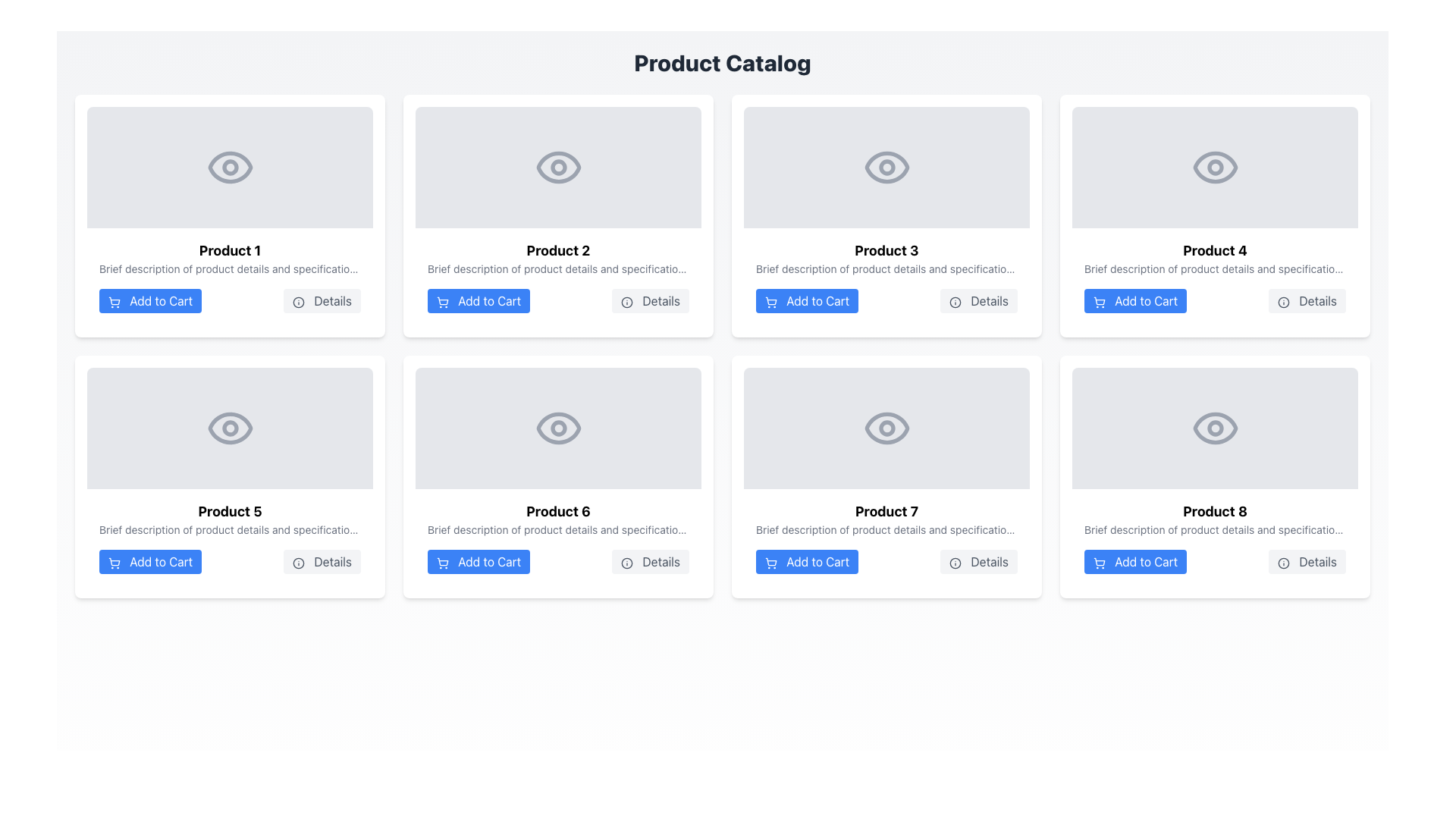 The height and width of the screenshot is (819, 1456). Describe the element at coordinates (1215, 512) in the screenshot. I see `the bold text label 'Product 8' located in the lower right of the grid layout, specifically at the bottom of the last product card in the third row` at that location.